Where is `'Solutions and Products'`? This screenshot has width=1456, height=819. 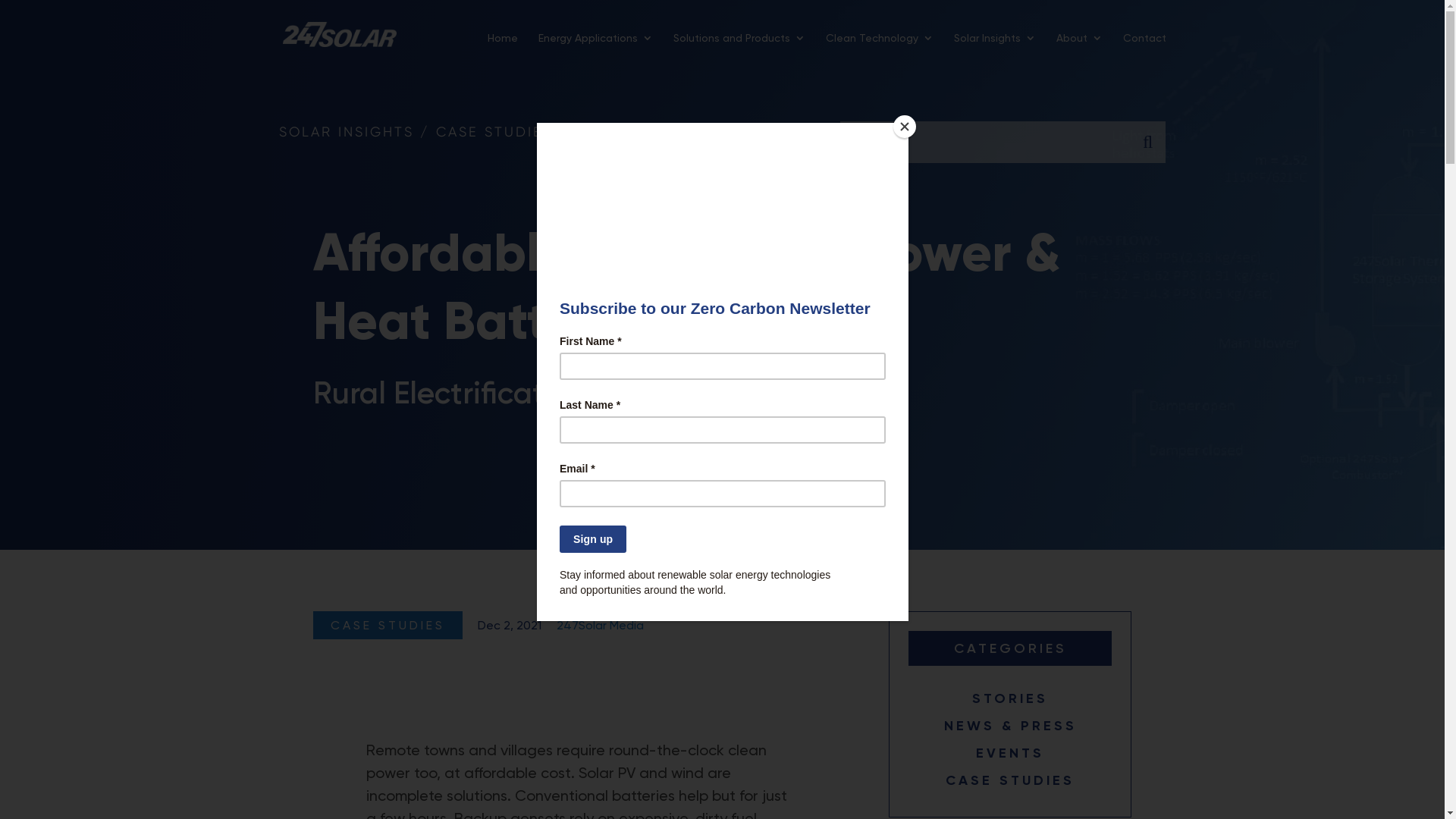
'Solutions and Products' is located at coordinates (673, 49).